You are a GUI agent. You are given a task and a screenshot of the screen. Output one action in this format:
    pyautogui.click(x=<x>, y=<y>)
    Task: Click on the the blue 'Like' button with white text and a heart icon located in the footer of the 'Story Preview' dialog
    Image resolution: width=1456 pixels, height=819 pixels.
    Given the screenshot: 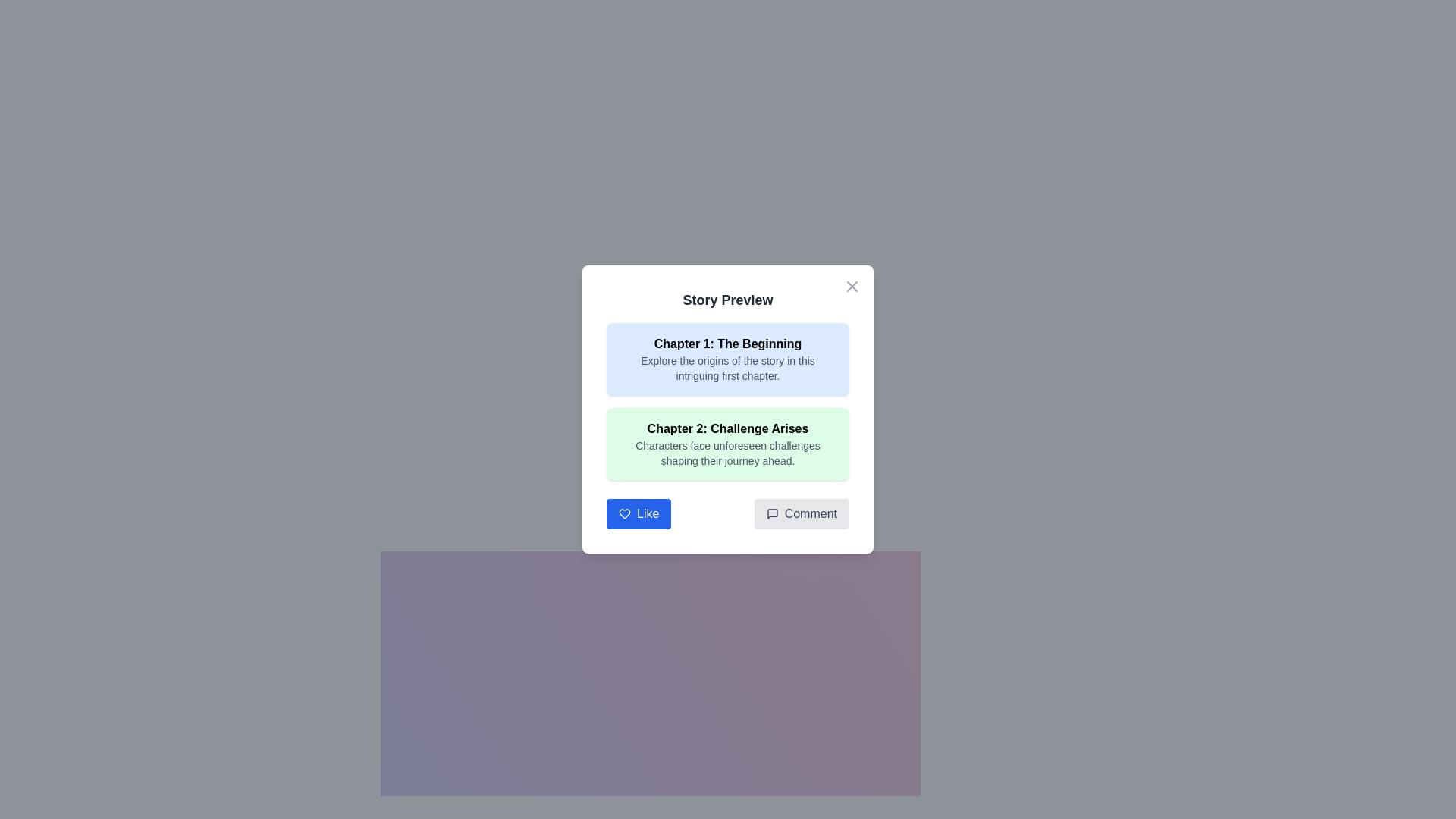 What is the action you would take?
    pyautogui.click(x=639, y=513)
    